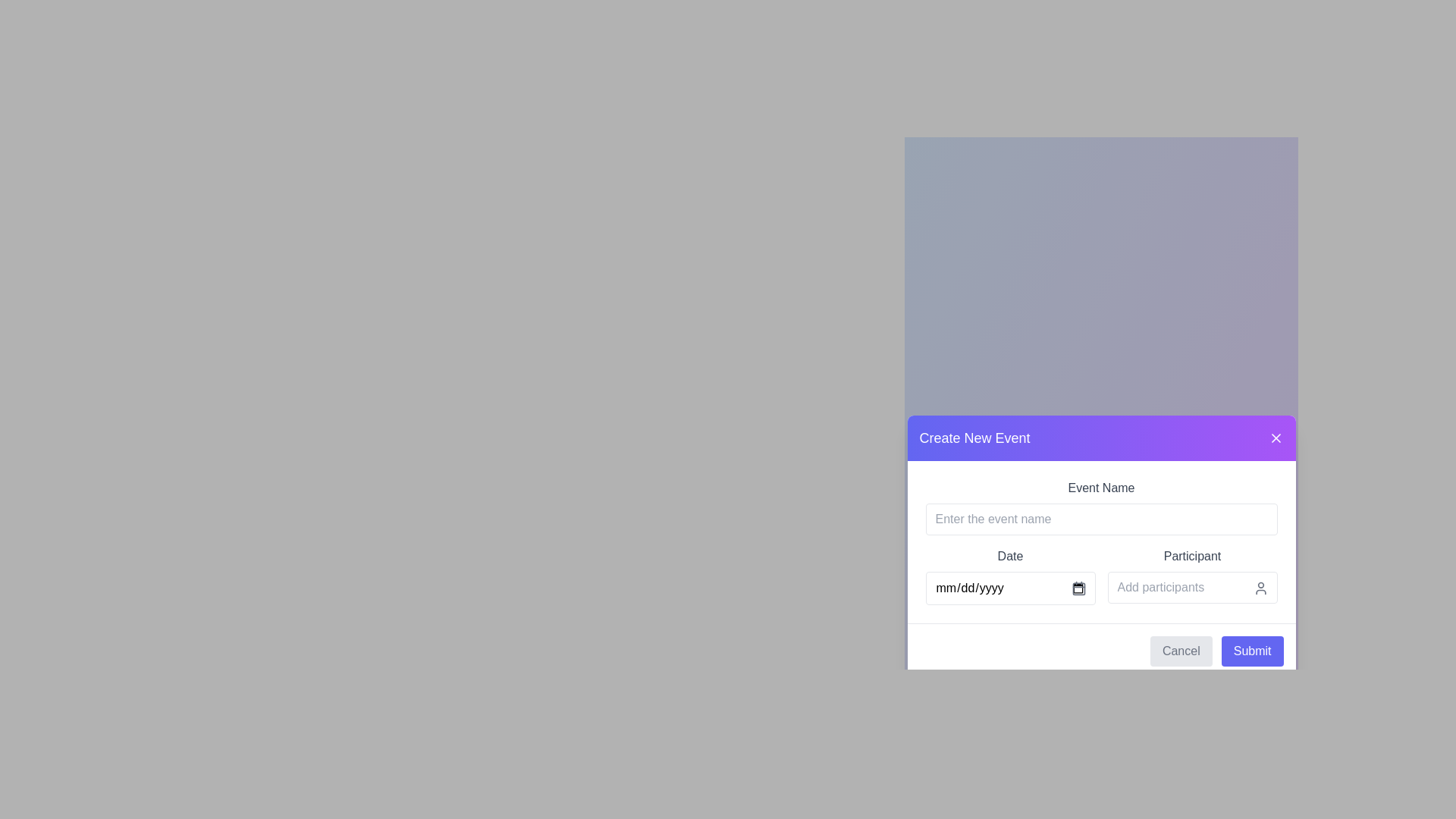  Describe the element at coordinates (1275, 438) in the screenshot. I see `the diagonal cross icon in the top-right corner of the modal's purple header bar` at that location.